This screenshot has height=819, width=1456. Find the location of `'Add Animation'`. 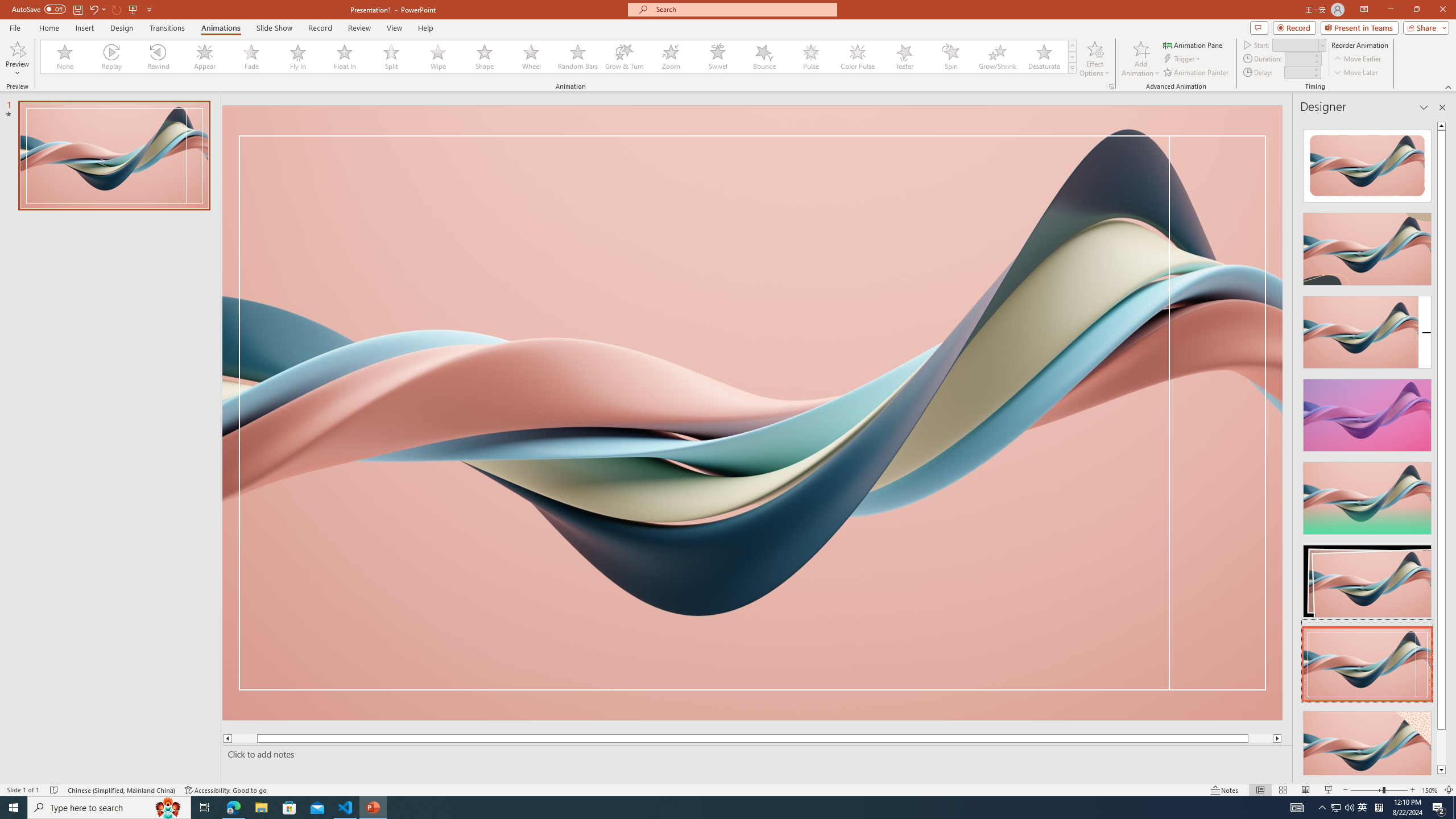

'Add Animation' is located at coordinates (1141, 59).